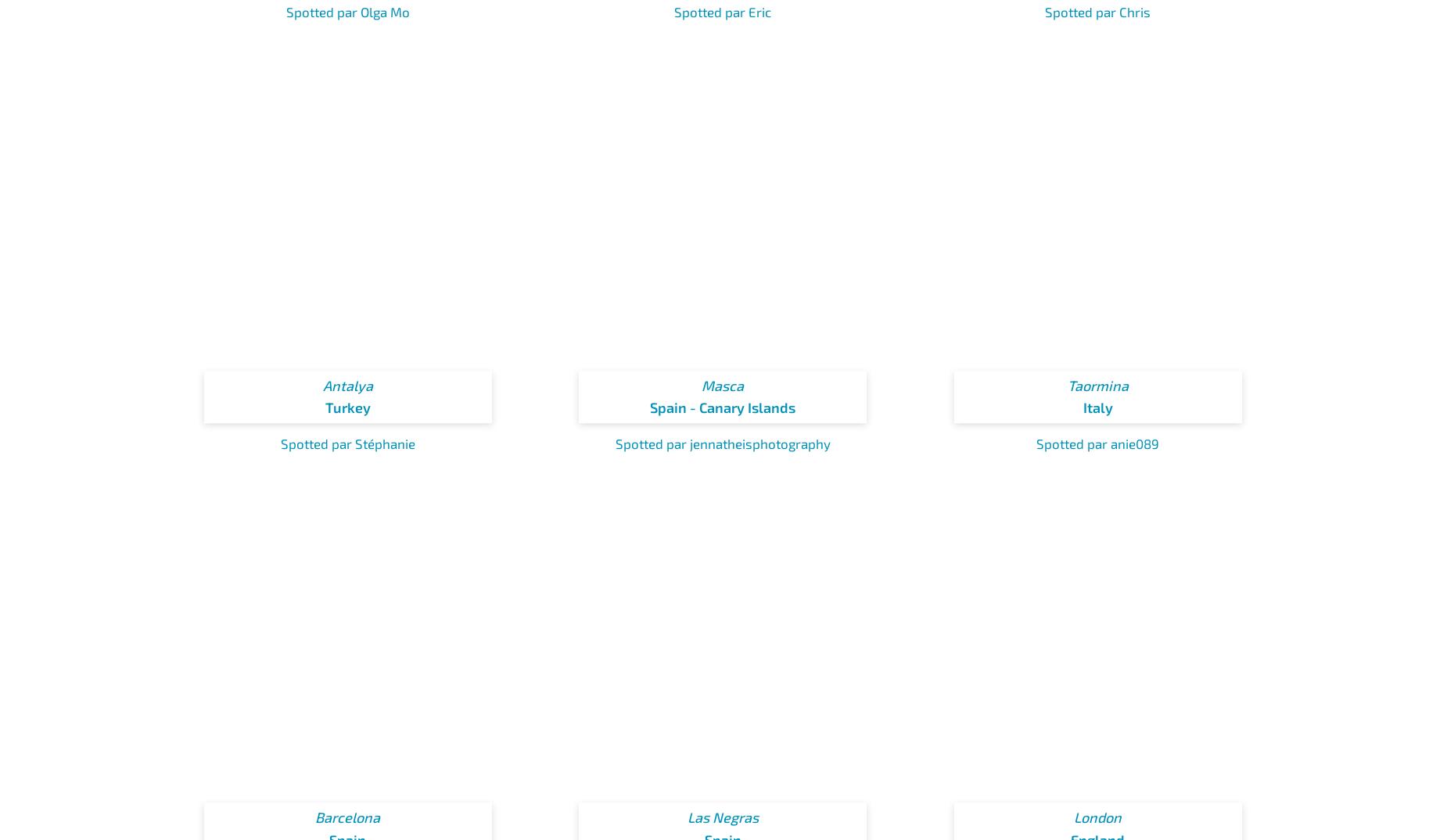  Describe the element at coordinates (346, 407) in the screenshot. I see `'Turkey'` at that location.